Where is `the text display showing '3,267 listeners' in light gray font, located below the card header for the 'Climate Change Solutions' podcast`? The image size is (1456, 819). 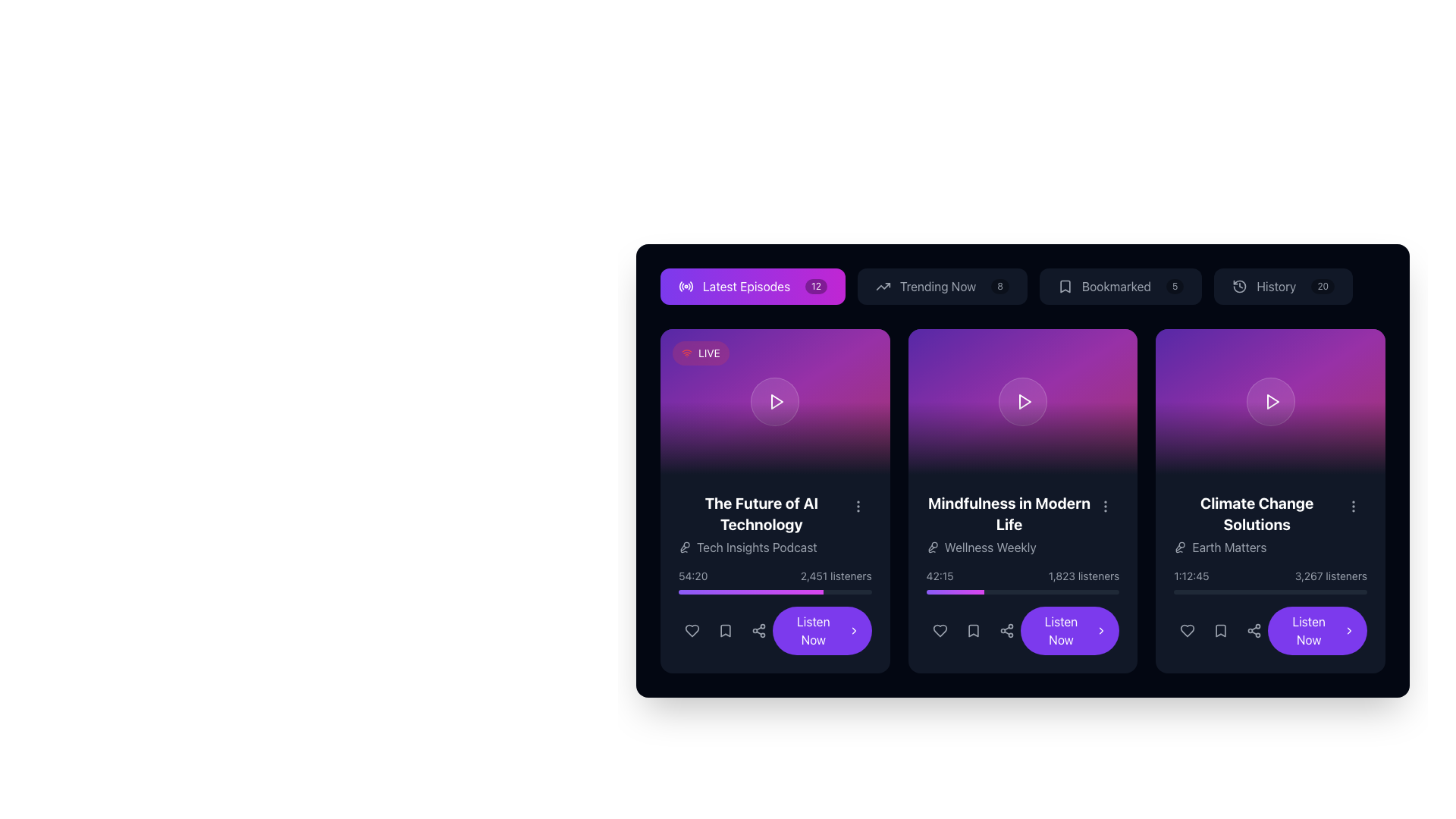
the text display showing '3,267 listeners' in light gray font, located below the card header for the 'Climate Change Solutions' podcast is located at coordinates (1330, 576).